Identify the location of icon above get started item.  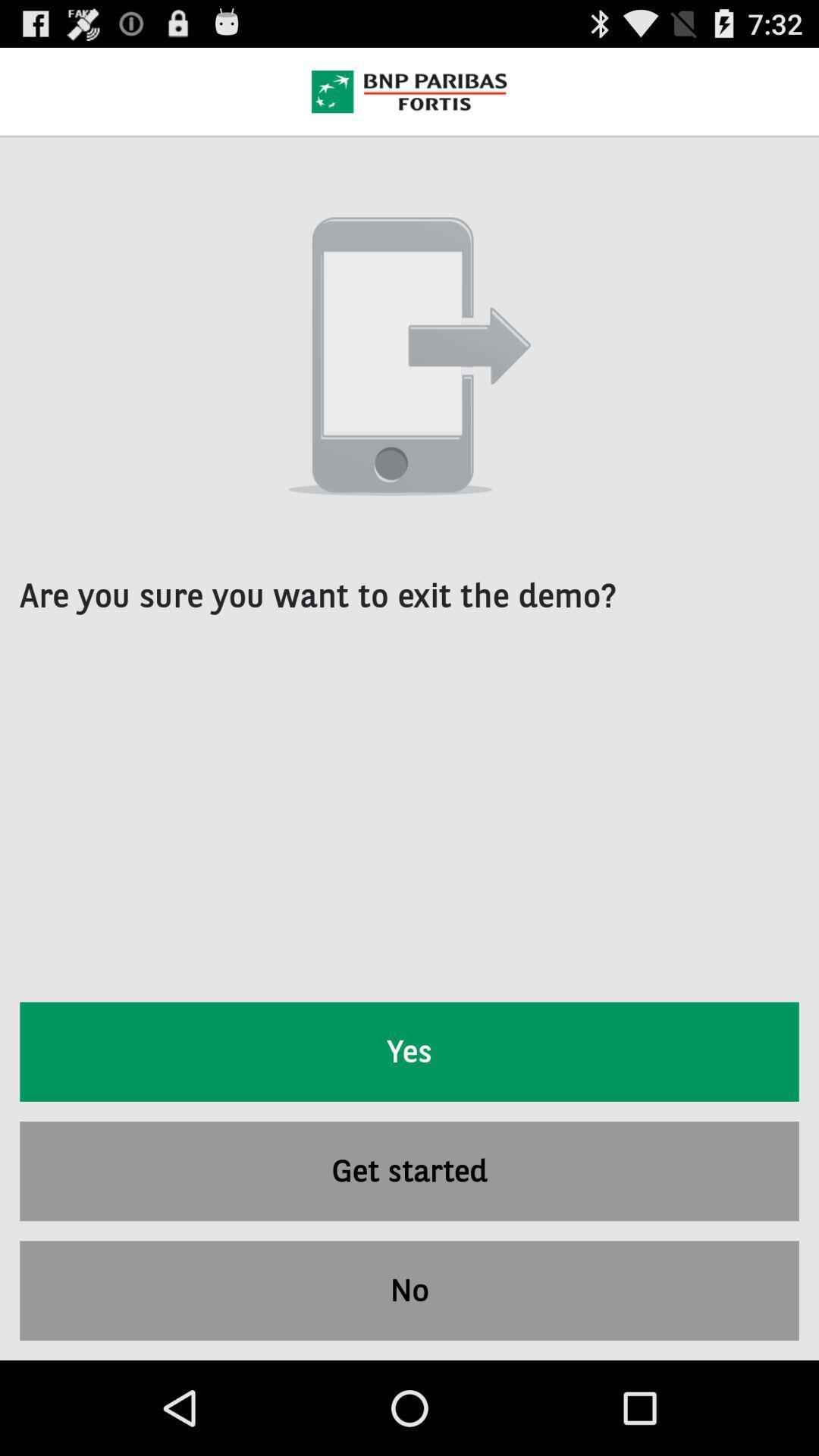
(409, 1051).